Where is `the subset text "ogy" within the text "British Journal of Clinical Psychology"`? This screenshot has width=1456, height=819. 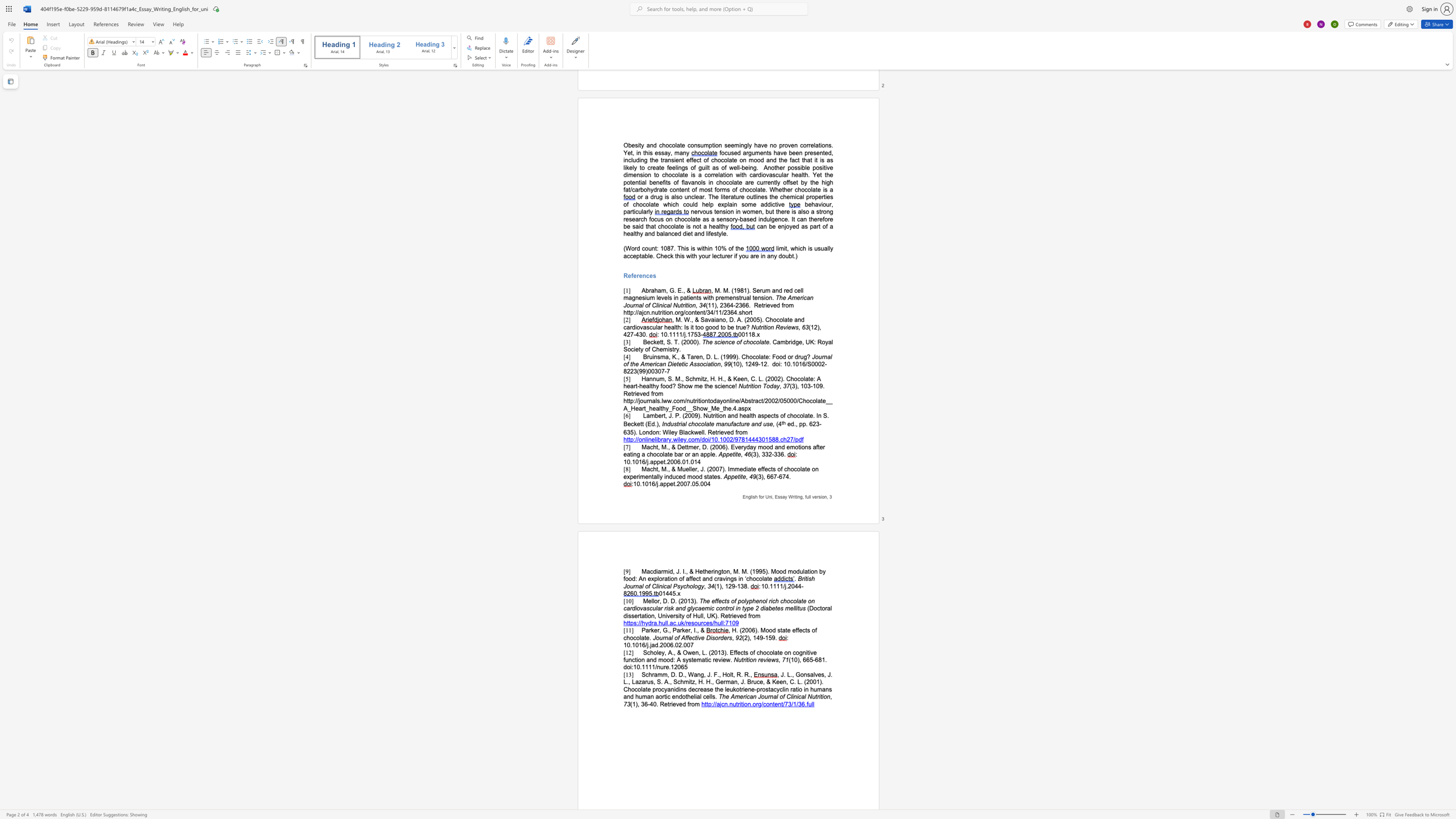
the subset text "ogy" within the text "British Journal of Clinical Psychology" is located at coordinates (694, 586).